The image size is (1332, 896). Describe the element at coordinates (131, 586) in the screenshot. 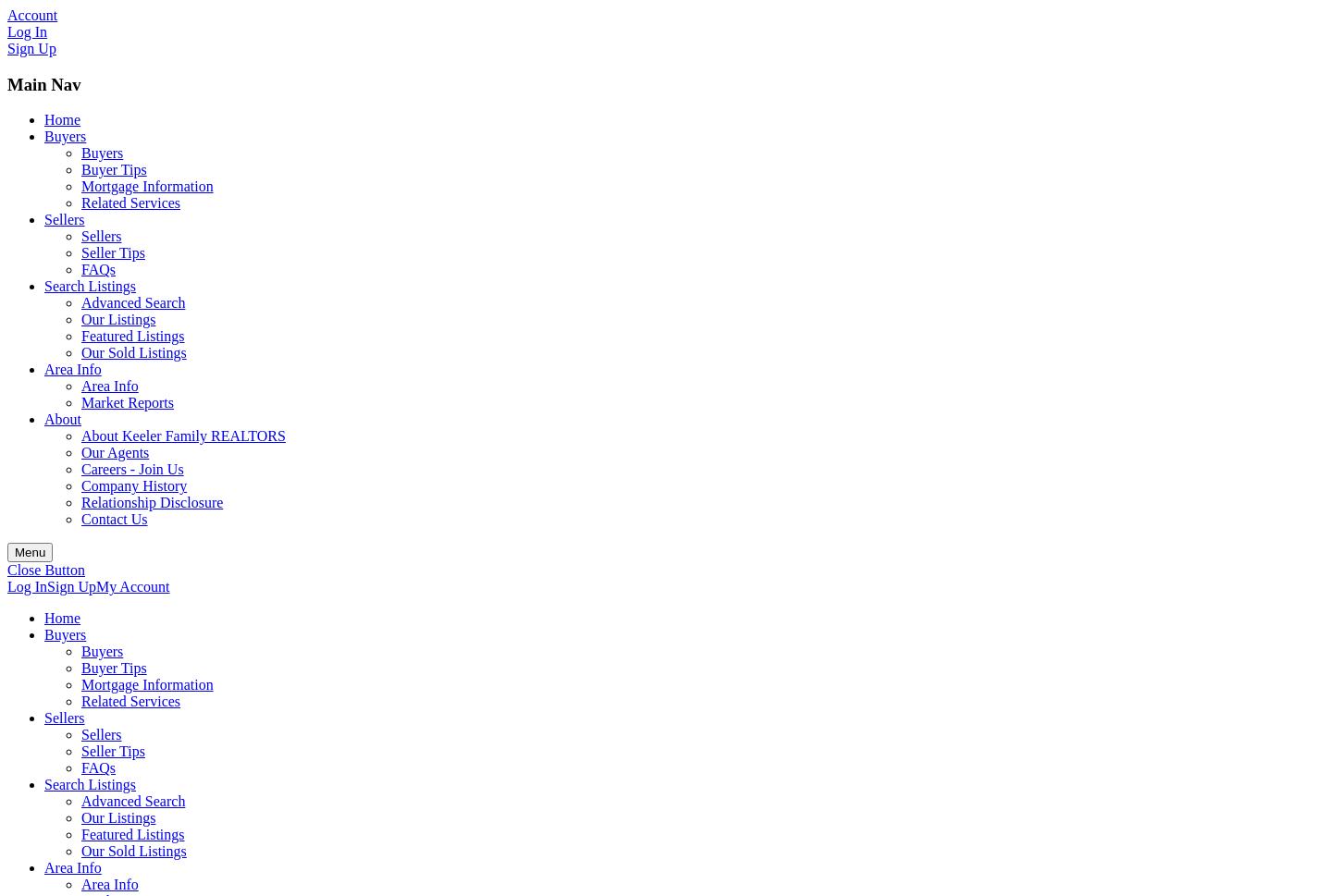

I see `'My Account'` at that location.